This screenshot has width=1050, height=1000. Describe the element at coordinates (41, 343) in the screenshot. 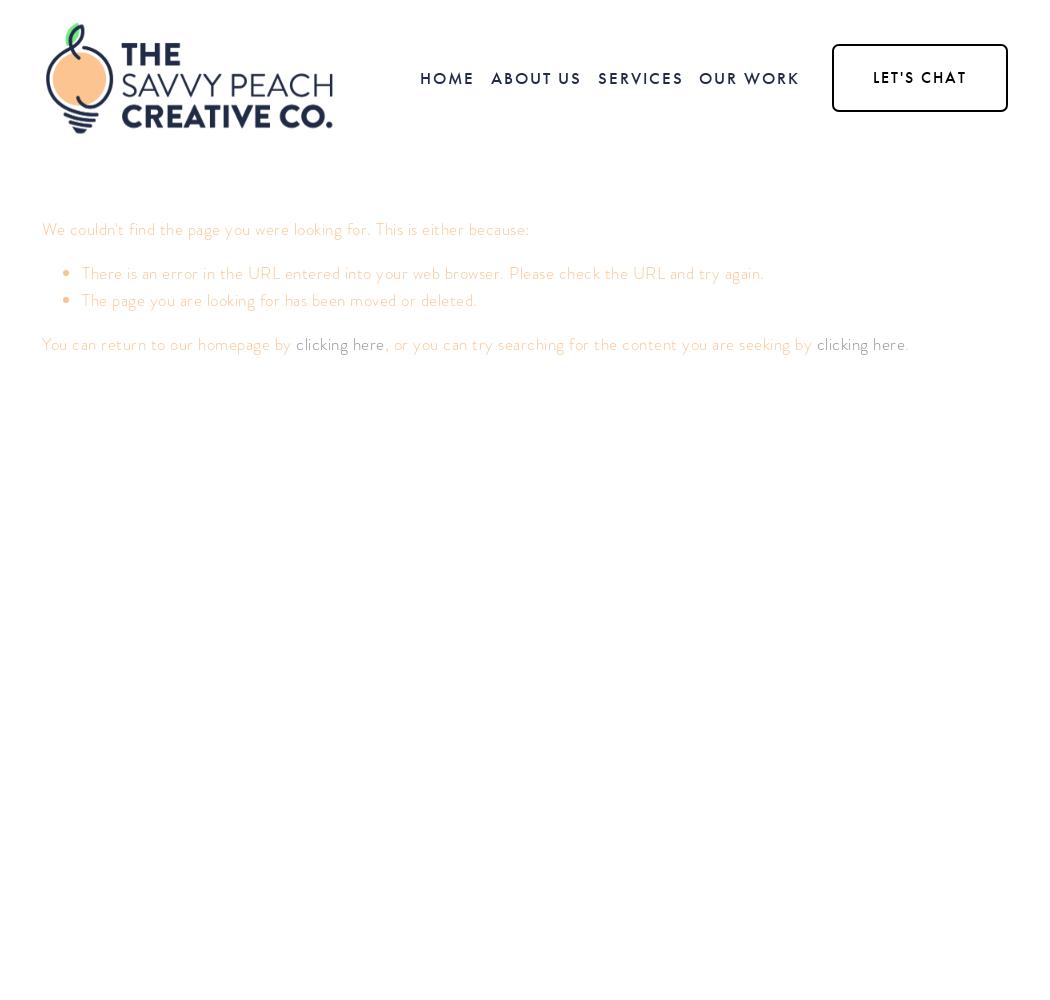

I see `'You can return to our homepage by'` at that location.